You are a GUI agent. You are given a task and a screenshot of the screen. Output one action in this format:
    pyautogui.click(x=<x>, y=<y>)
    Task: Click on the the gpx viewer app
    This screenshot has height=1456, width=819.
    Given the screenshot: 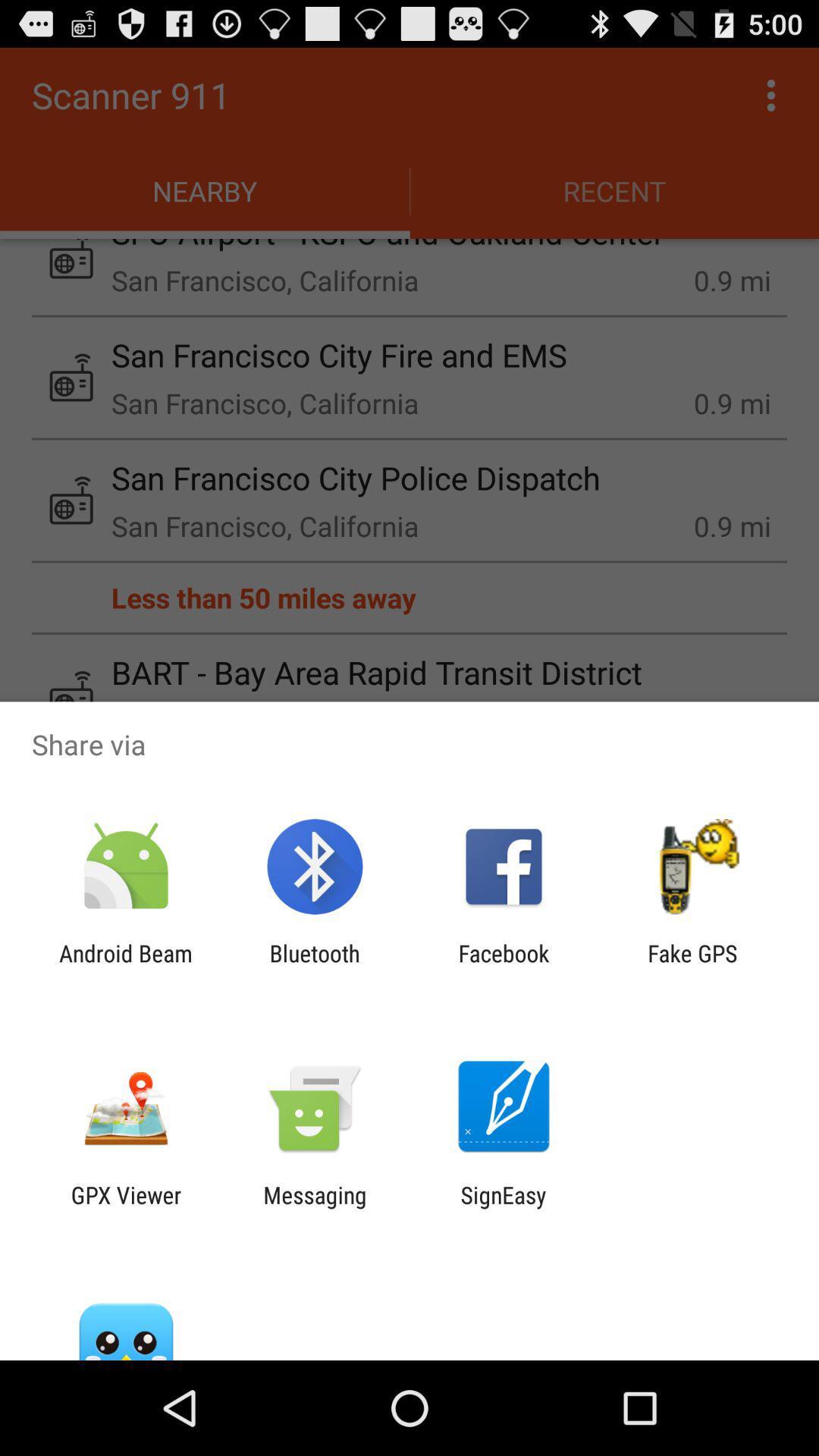 What is the action you would take?
    pyautogui.click(x=125, y=1207)
    